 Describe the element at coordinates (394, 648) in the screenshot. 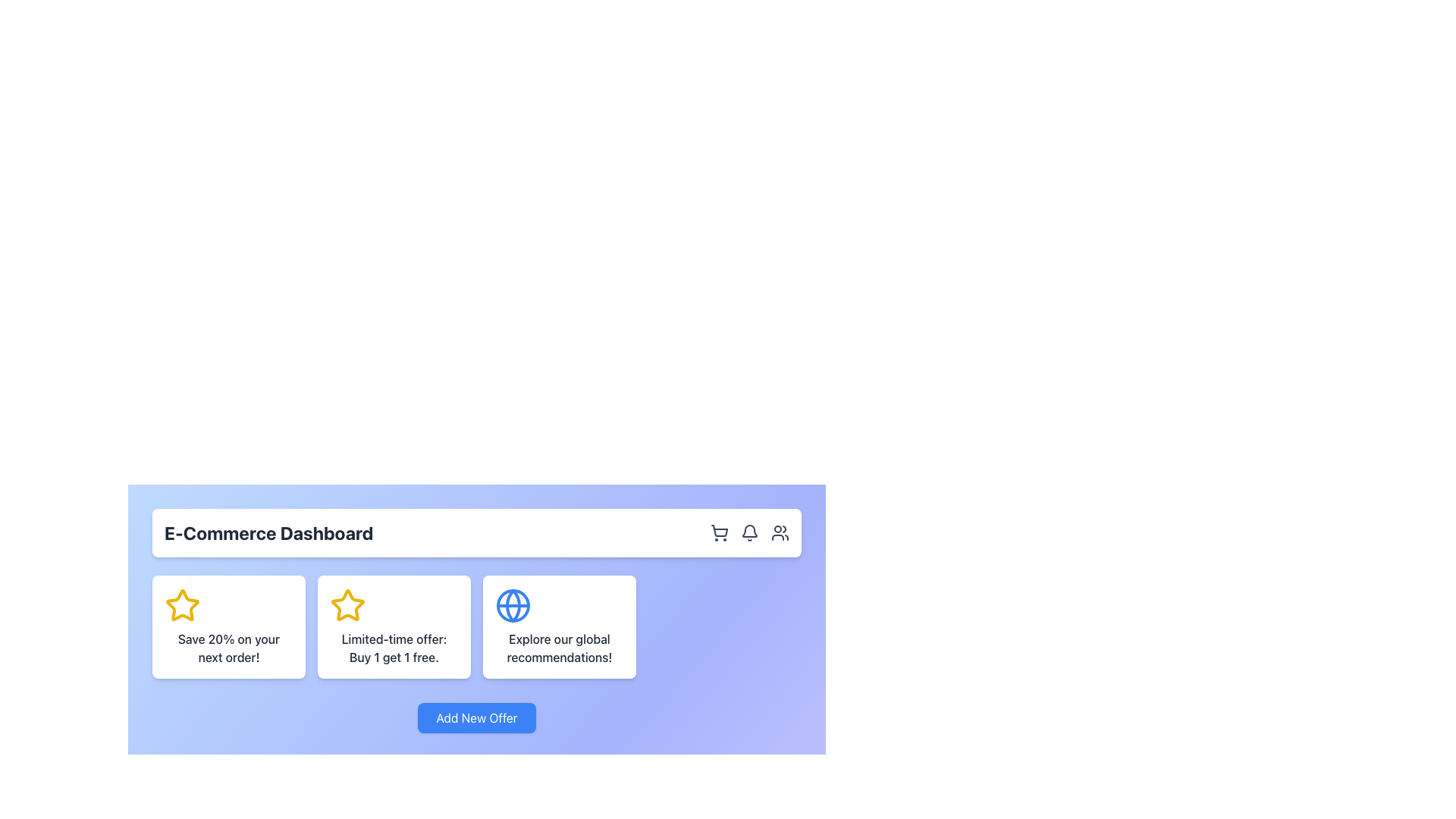

I see `the text element that communicates a time-sensitive promotional offer, located within a white, shadowed rectangular card, centered below a yellow star icon` at that location.